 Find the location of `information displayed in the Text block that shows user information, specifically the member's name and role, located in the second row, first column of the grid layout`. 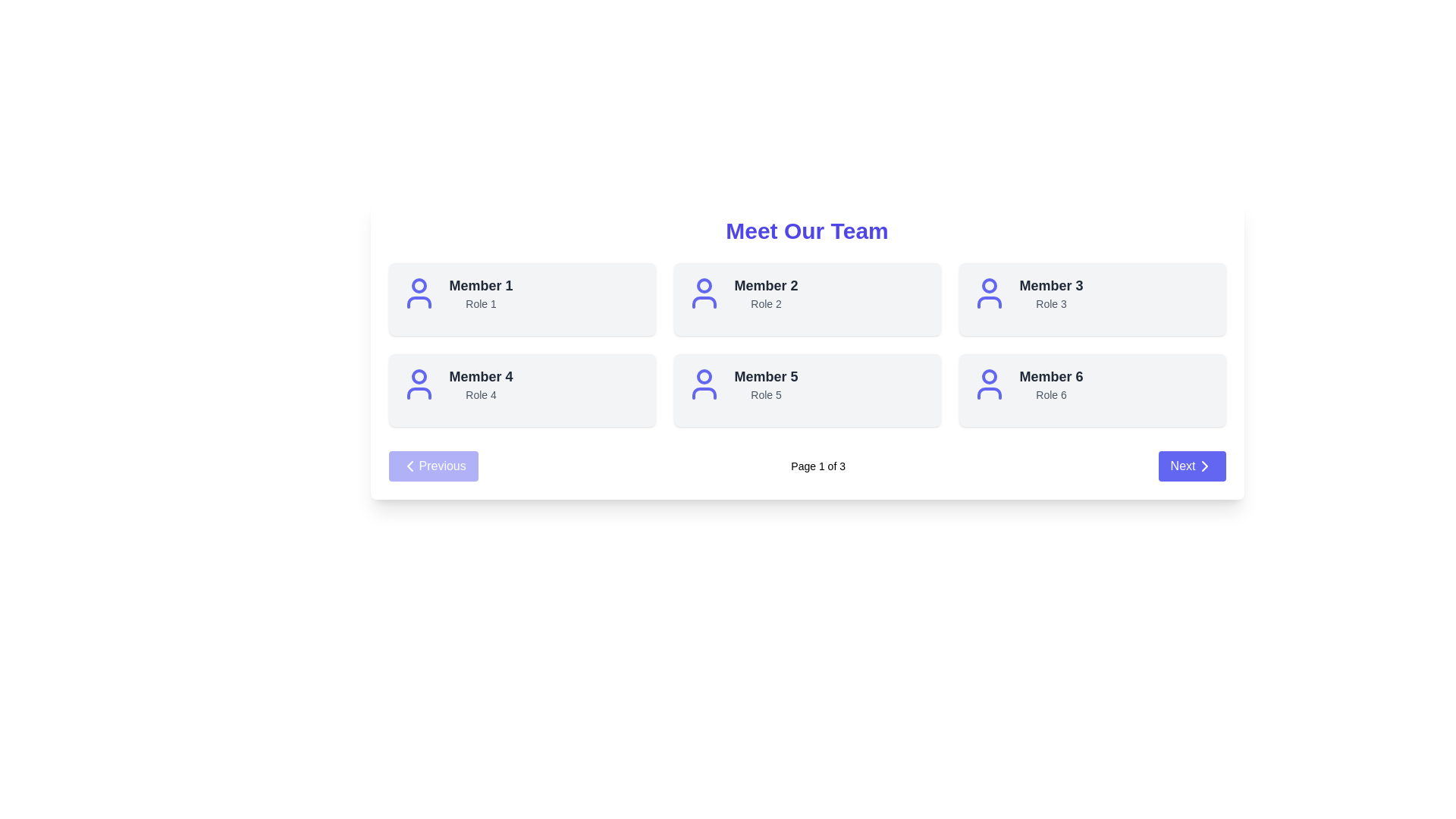

information displayed in the Text block that shows user information, specifically the member's name and role, located in the second row, first column of the grid layout is located at coordinates (480, 383).